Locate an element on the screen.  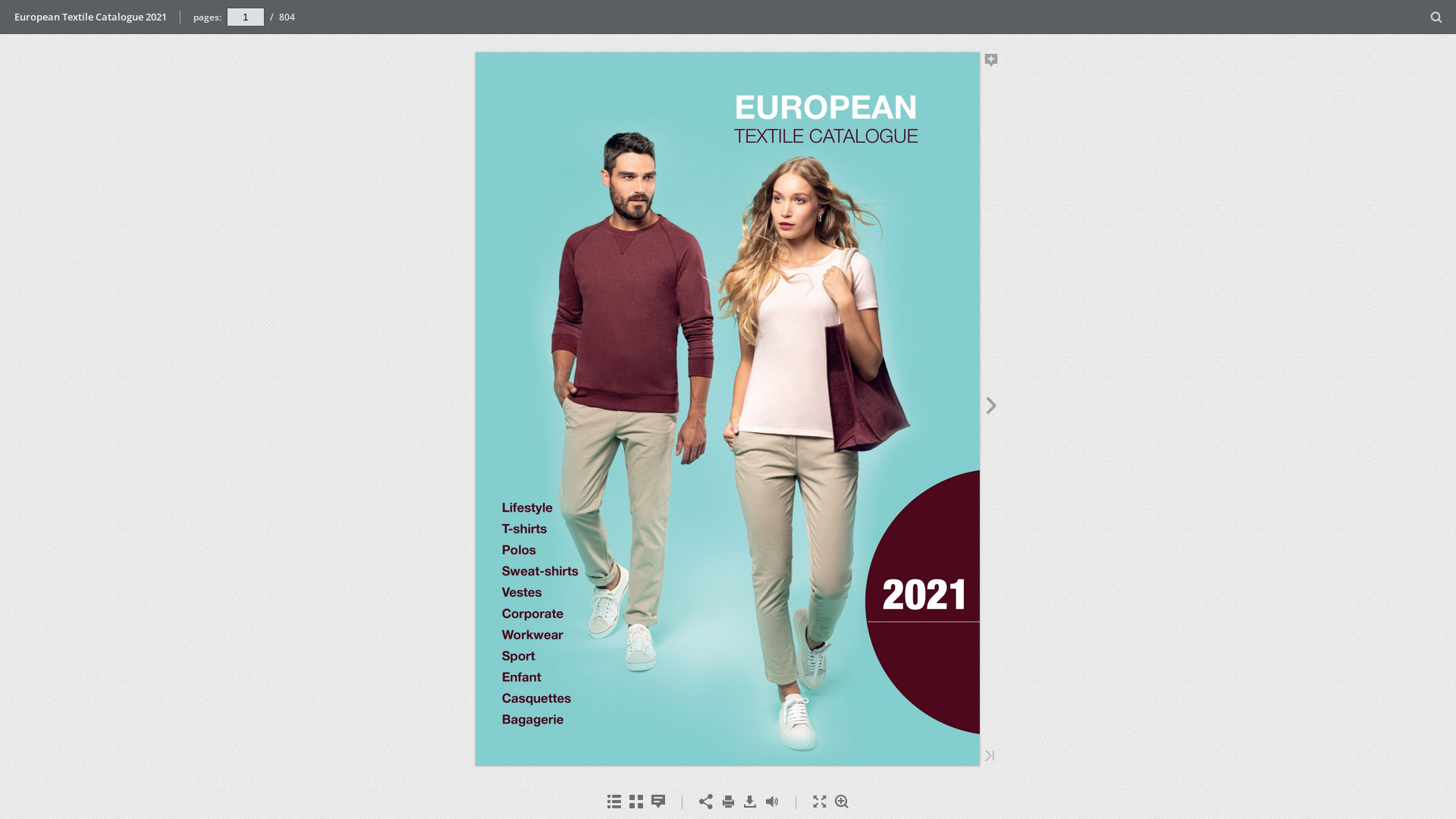
'Next Page' is located at coordinates (991, 406).